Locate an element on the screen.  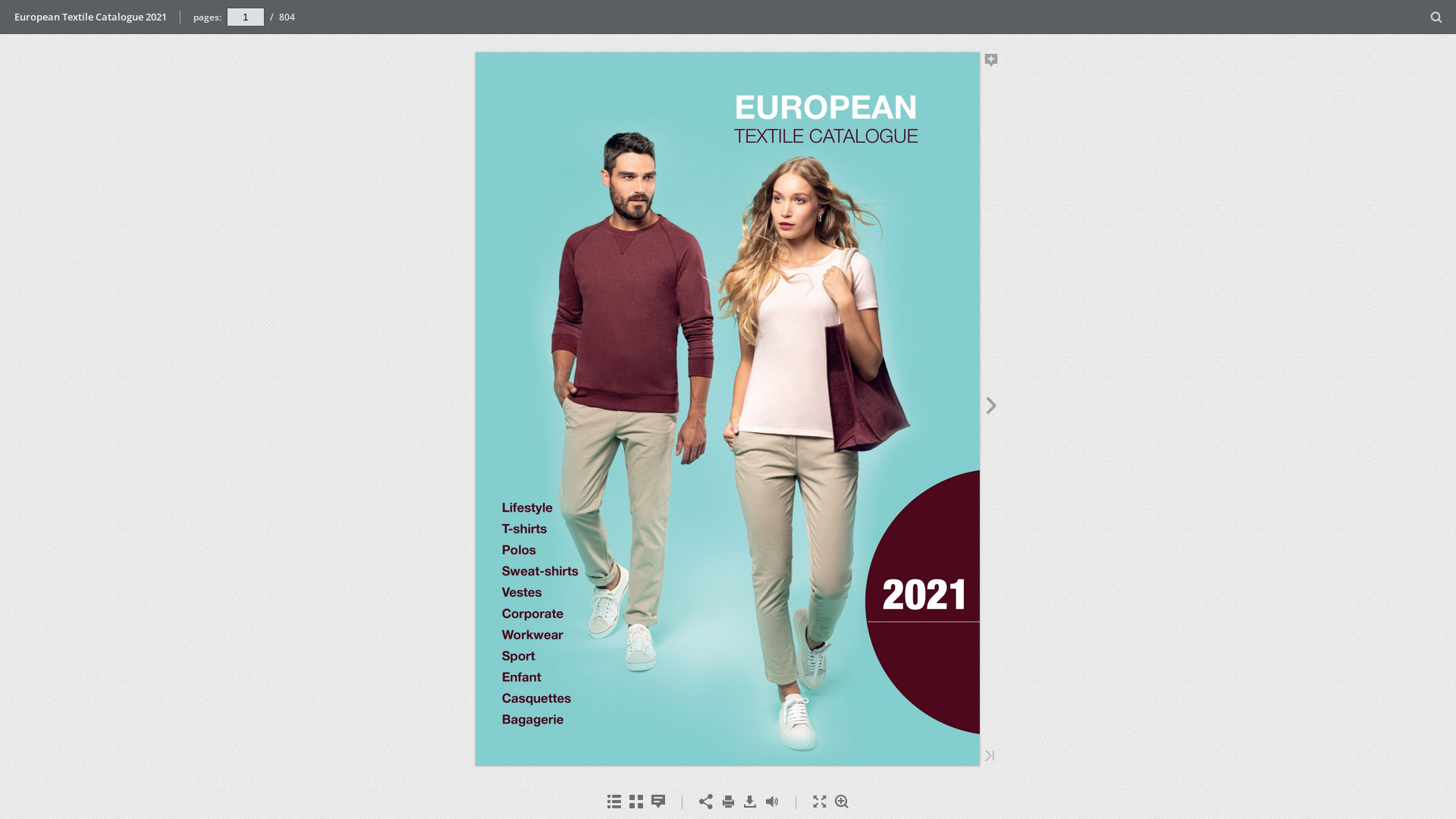
'Next Page' is located at coordinates (991, 406).